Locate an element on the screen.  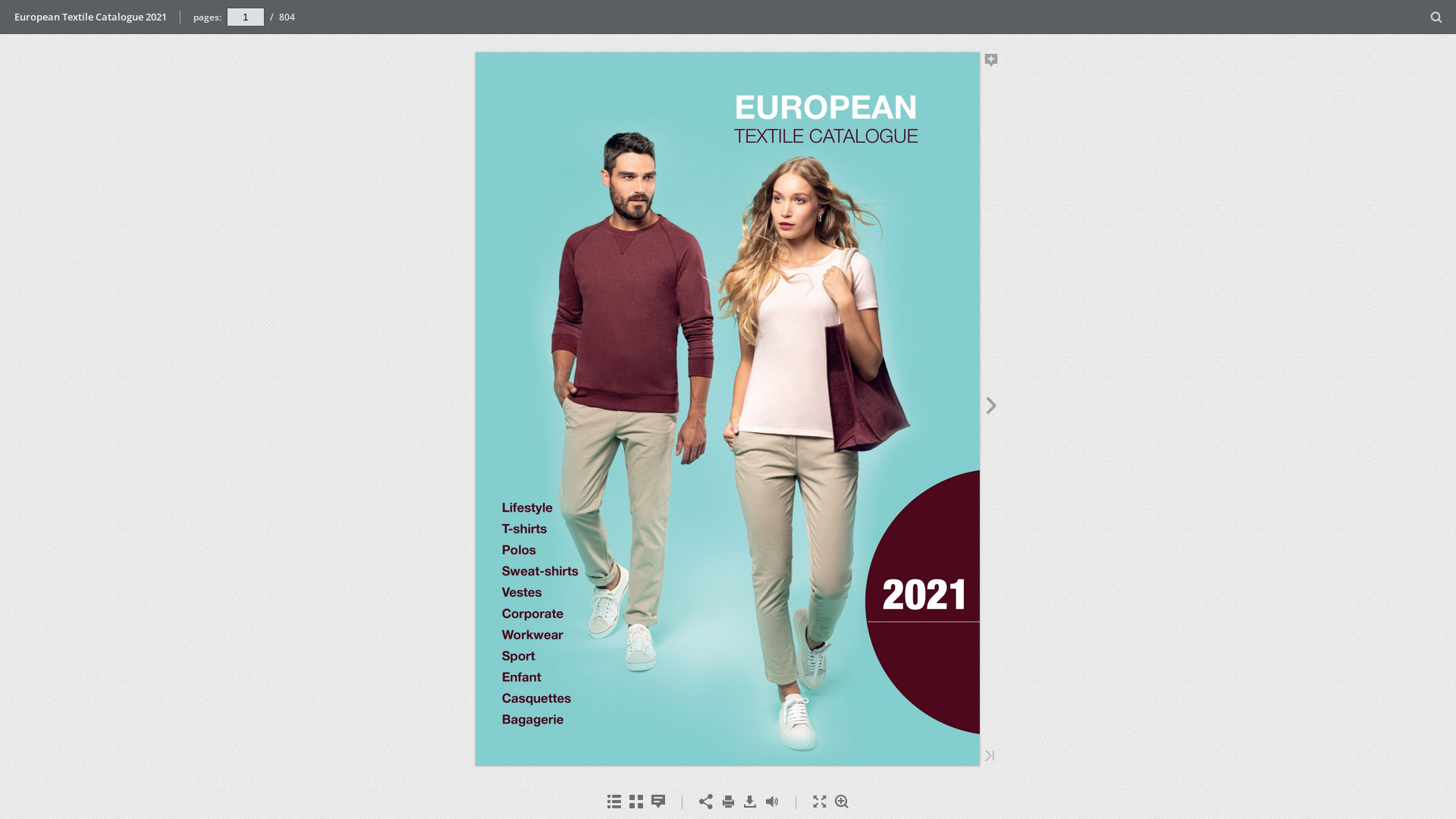
'Next Page' is located at coordinates (991, 406).